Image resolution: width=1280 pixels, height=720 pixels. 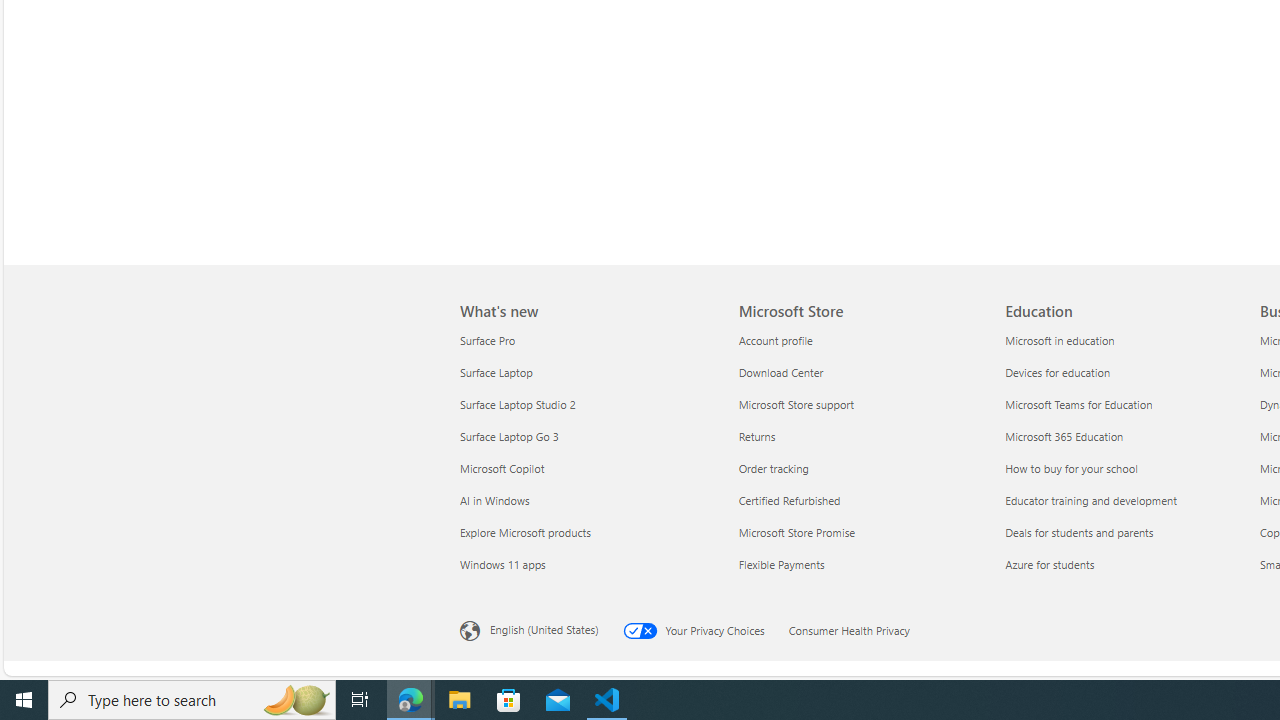 I want to click on 'Microsoft Store Promise', so click(x=860, y=531).